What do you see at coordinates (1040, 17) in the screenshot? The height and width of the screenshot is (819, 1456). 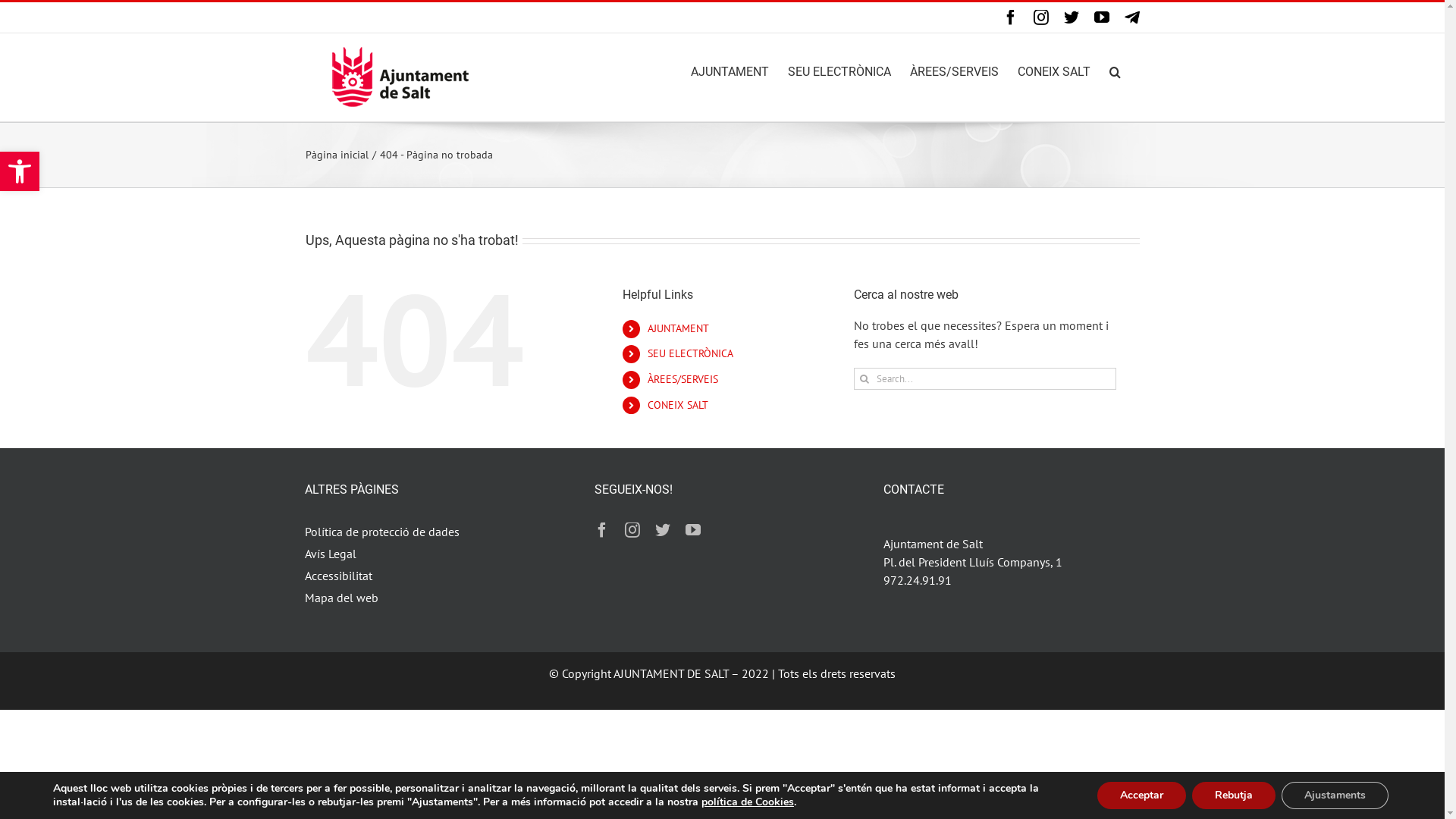 I see `'Instagram'` at bounding box center [1040, 17].